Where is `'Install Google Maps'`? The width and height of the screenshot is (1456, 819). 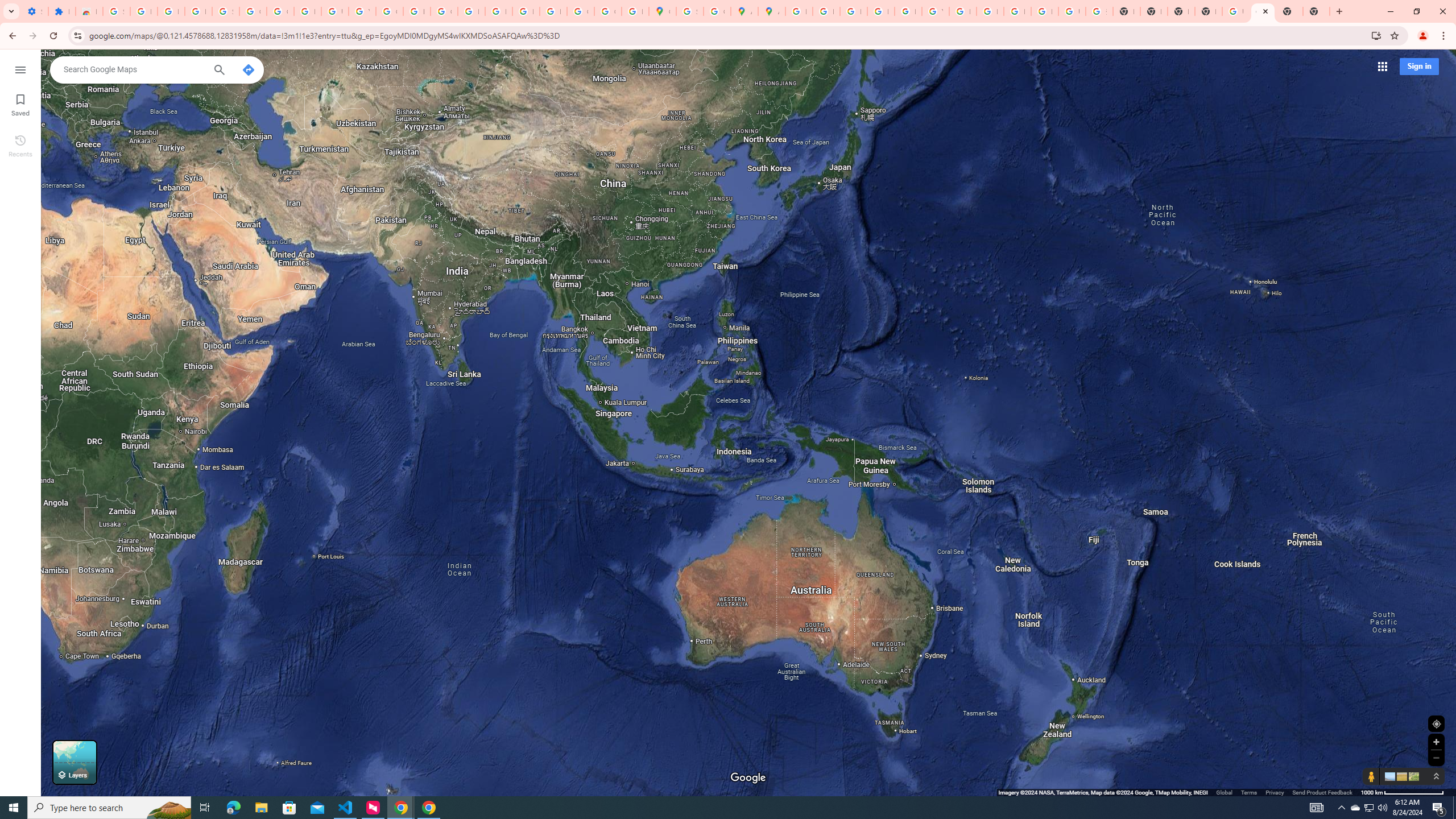 'Install Google Maps' is located at coordinates (1376, 35).